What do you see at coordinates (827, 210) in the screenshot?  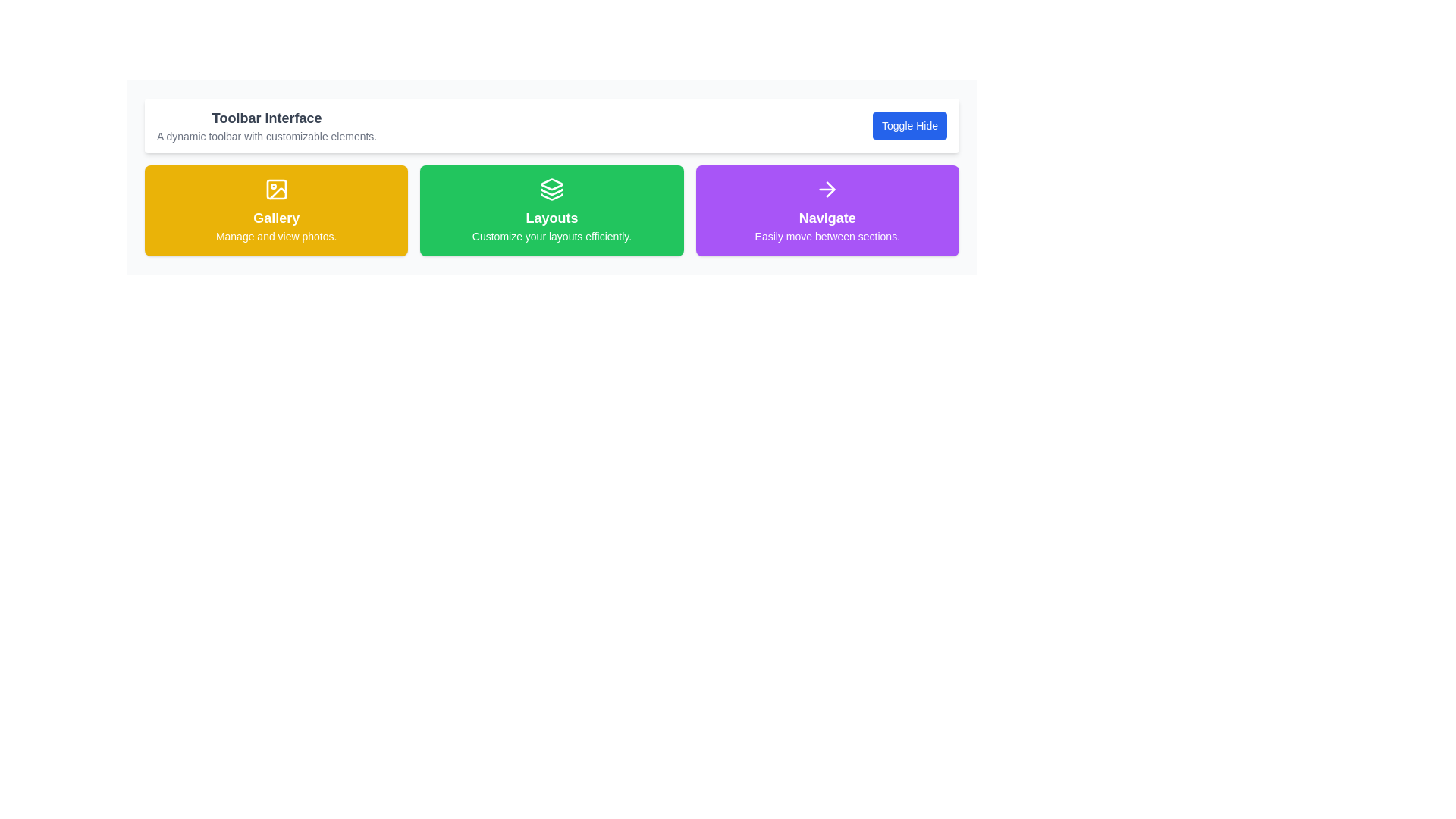 I see `the third button in a row of three buttons` at bounding box center [827, 210].